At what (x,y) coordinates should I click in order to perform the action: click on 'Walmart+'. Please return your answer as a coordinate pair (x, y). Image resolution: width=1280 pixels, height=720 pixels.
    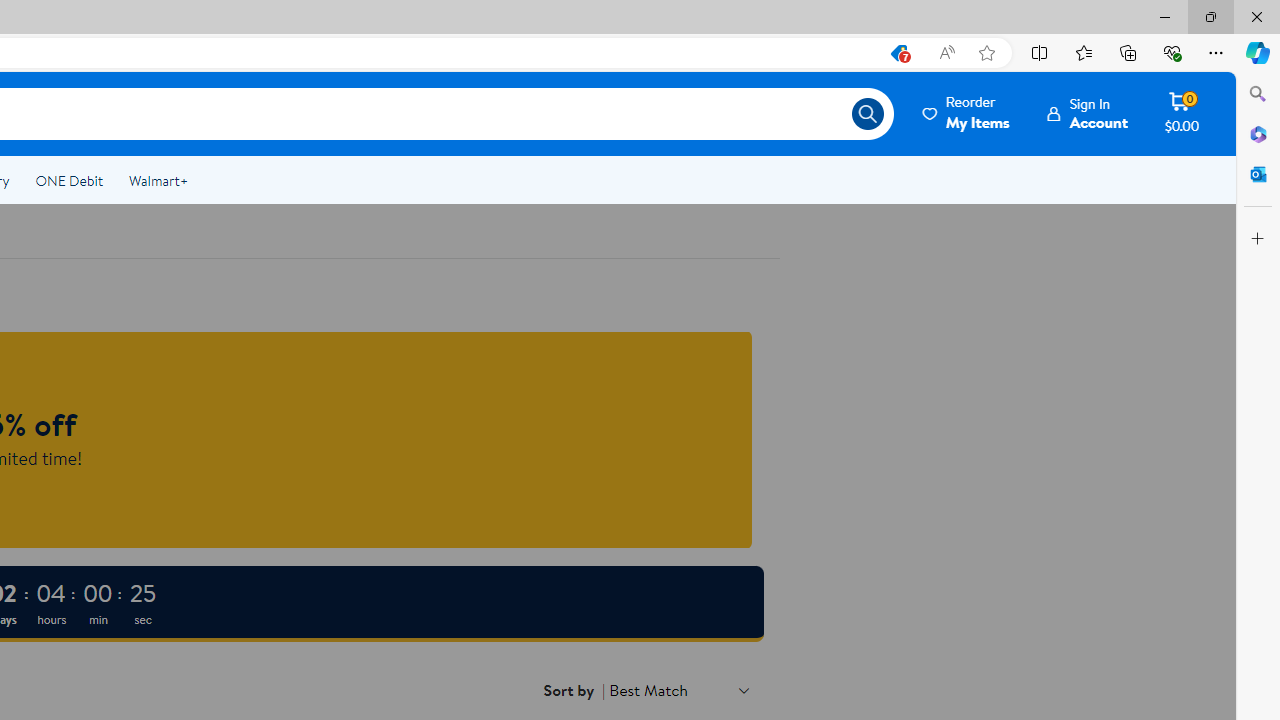
    Looking at the image, I should click on (157, 181).